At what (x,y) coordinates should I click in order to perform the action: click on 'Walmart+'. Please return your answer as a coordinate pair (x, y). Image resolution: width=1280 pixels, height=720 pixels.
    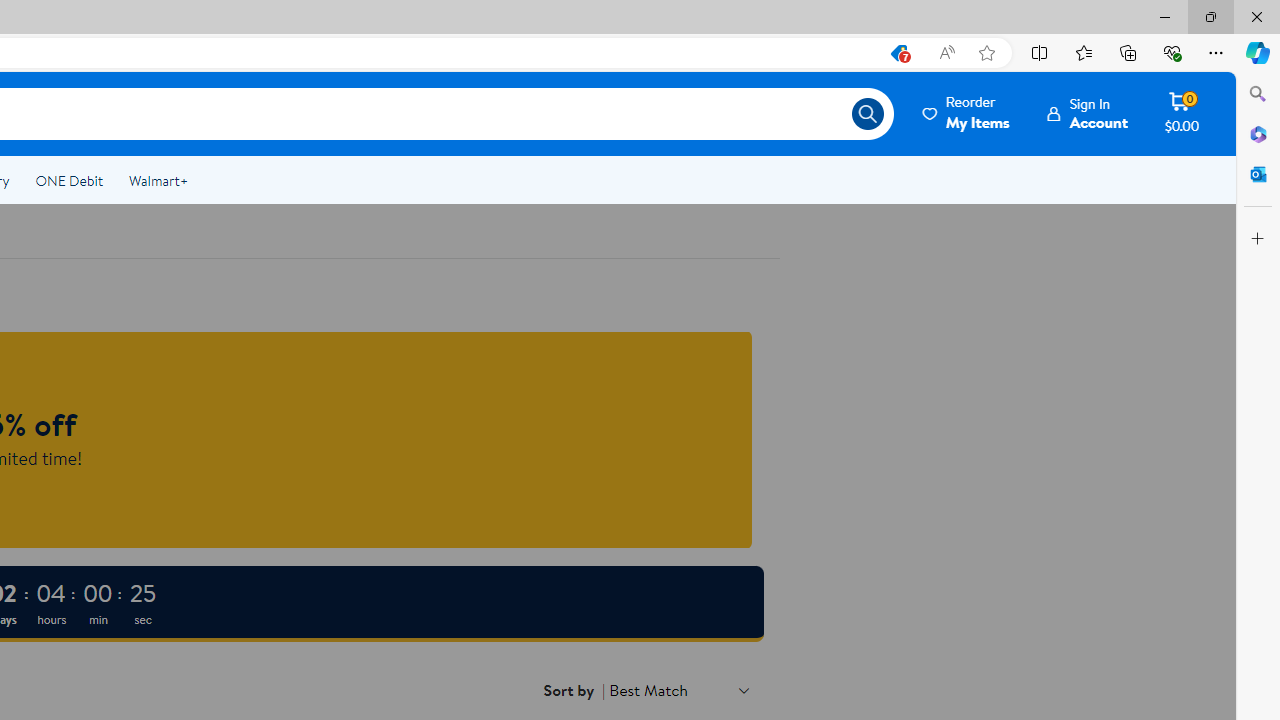
    Looking at the image, I should click on (157, 181).